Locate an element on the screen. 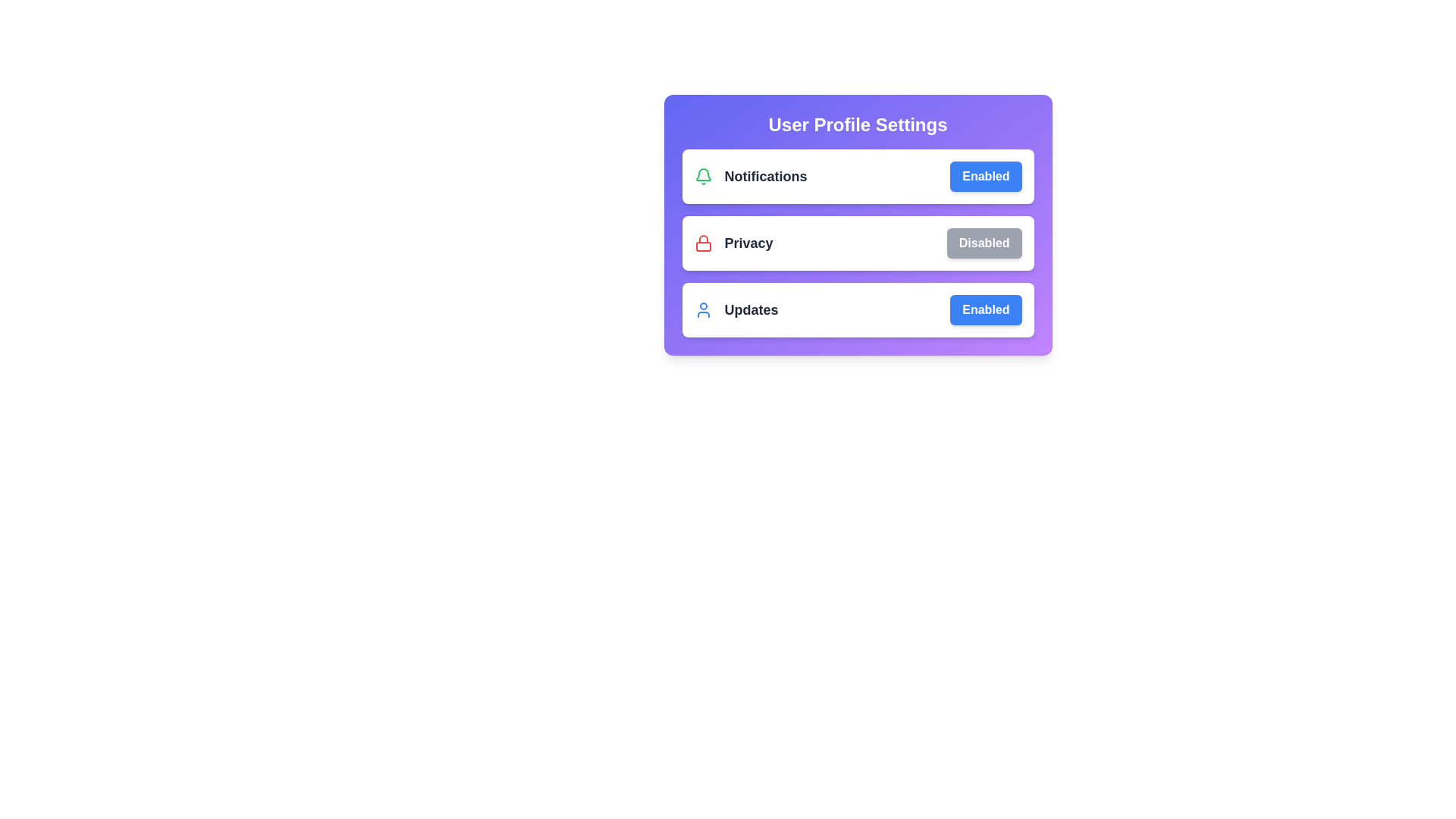 The width and height of the screenshot is (1456, 819). the 'Enabled' button for the notifications setting to toggle its state is located at coordinates (986, 175).